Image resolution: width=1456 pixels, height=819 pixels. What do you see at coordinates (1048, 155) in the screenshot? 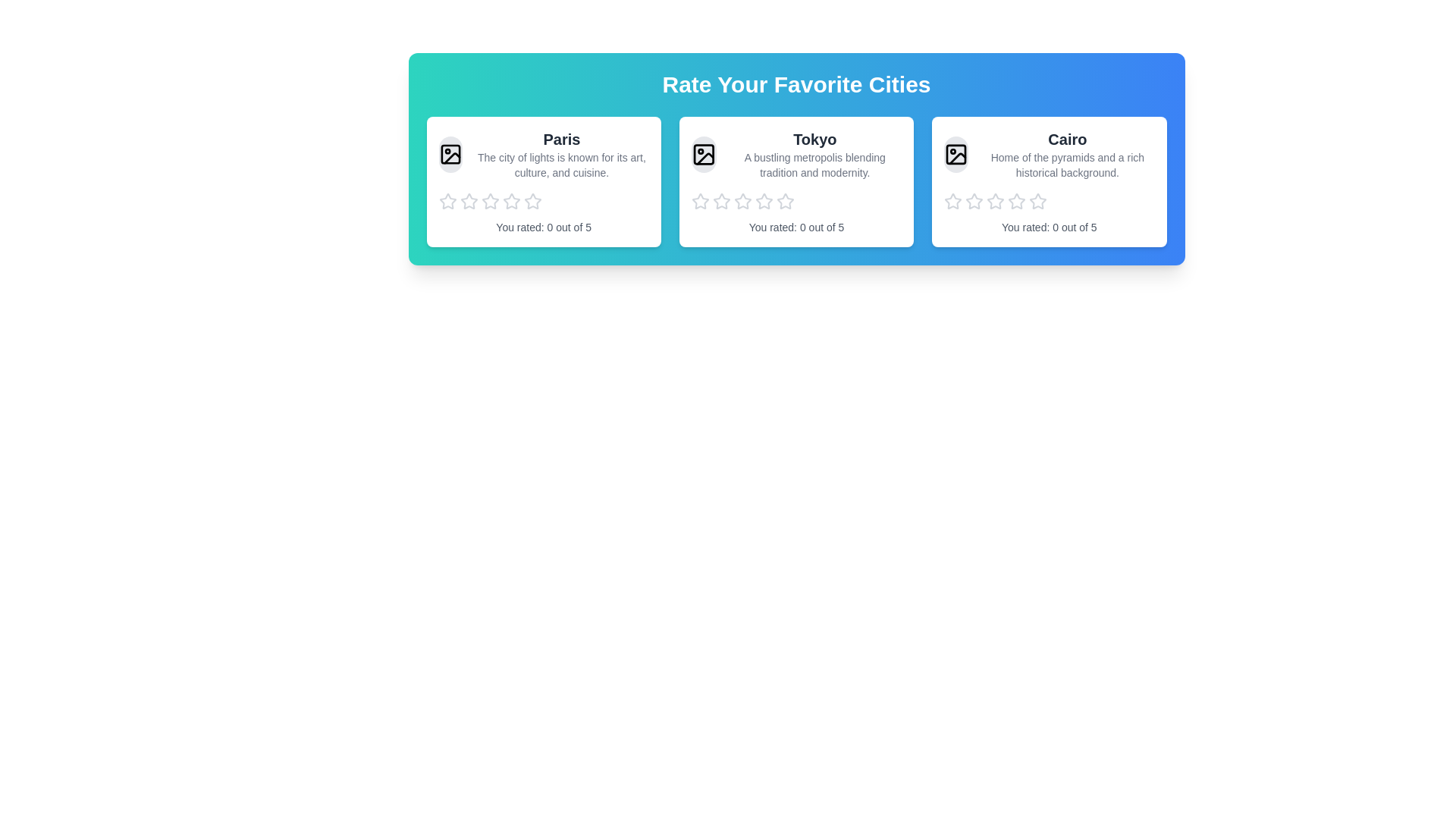
I see `text content of the text block titled 'Cairo', which describes it as 'Home of the pyramids and a rich historical background.'` at bounding box center [1048, 155].